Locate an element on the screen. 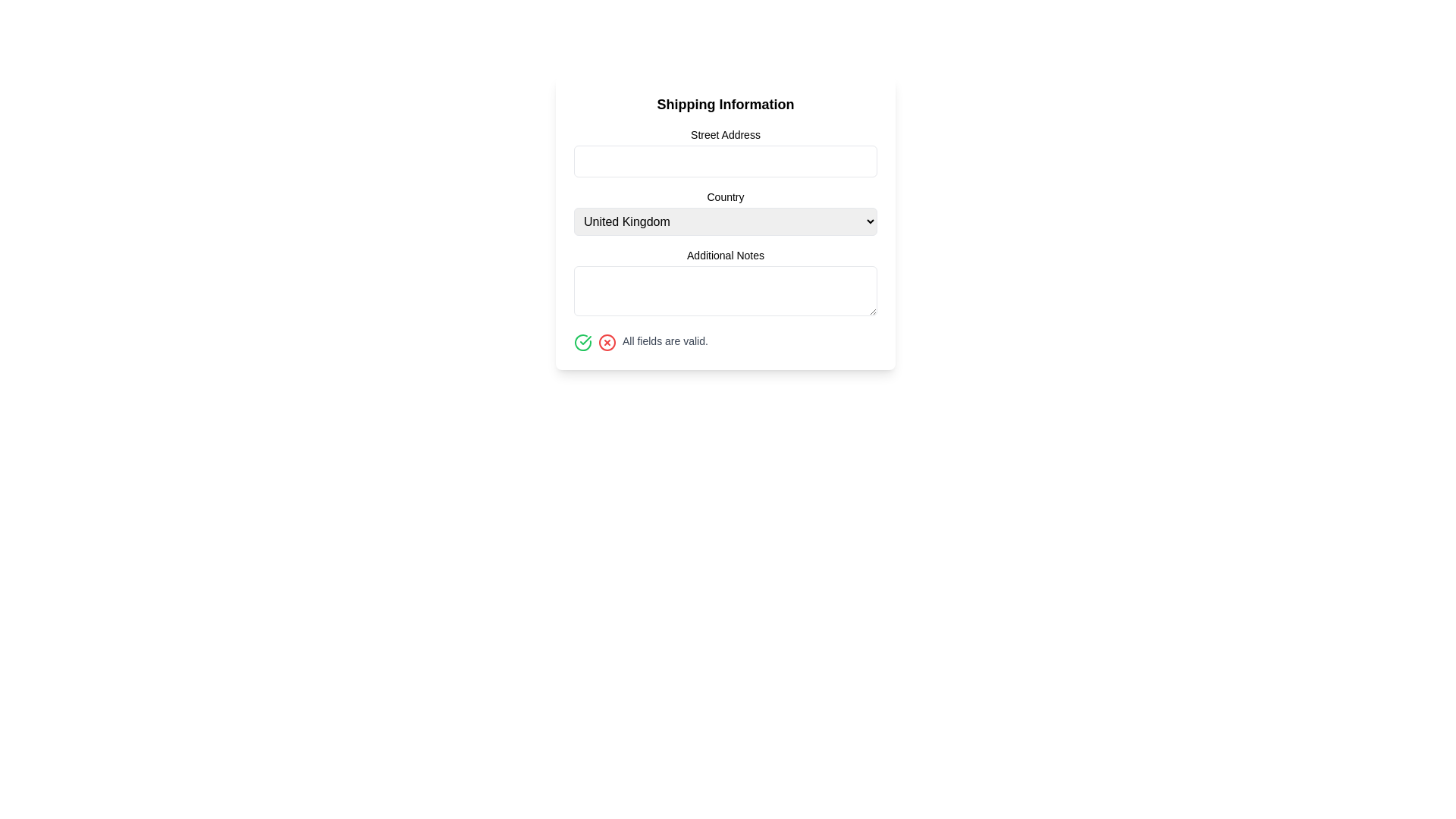 This screenshot has height=819, width=1456. the circular graphical icon with a thick border, resembling a checkmark, which is green and located towards the bottom-left corner of the form interface, just left of the label 'All fields are valid.' is located at coordinates (582, 342).